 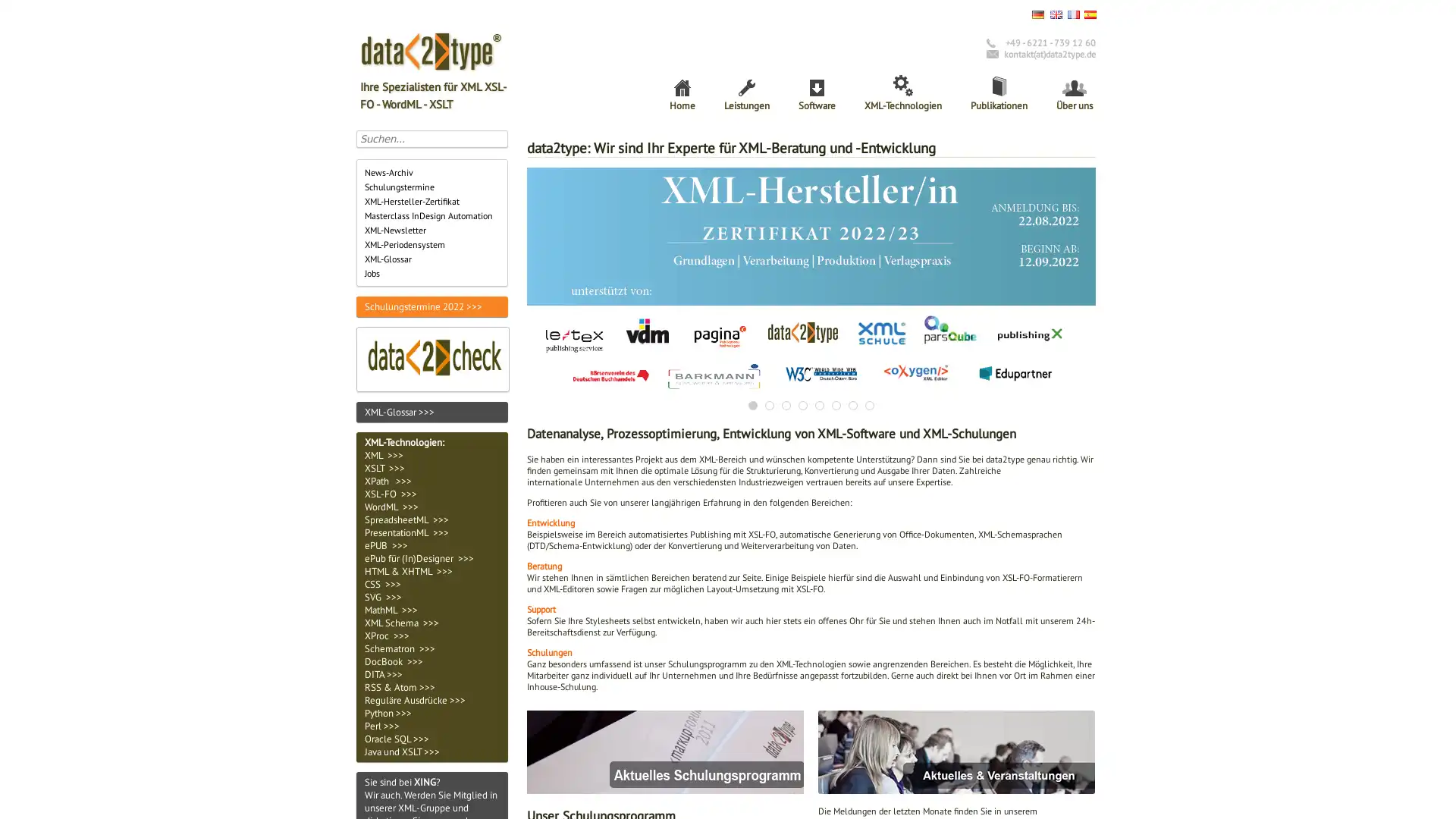 I want to click on Carousel Page 6, so click(x=836, y=403).